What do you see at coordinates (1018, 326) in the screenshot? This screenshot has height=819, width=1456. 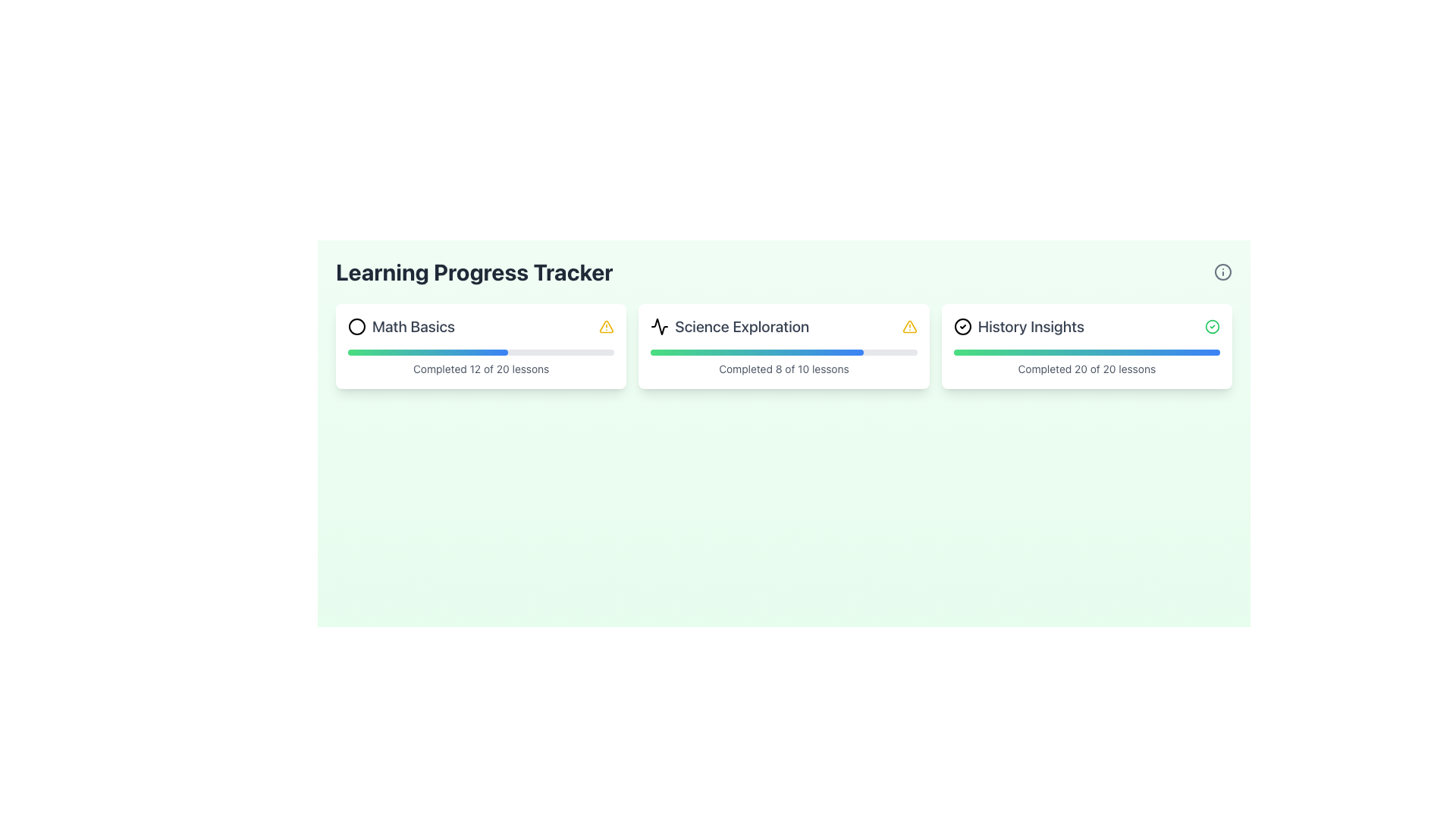 I see `the 'History Insights' text with an icon that includes a circular outline and a checkmark` at bounding box center [1018, 326].